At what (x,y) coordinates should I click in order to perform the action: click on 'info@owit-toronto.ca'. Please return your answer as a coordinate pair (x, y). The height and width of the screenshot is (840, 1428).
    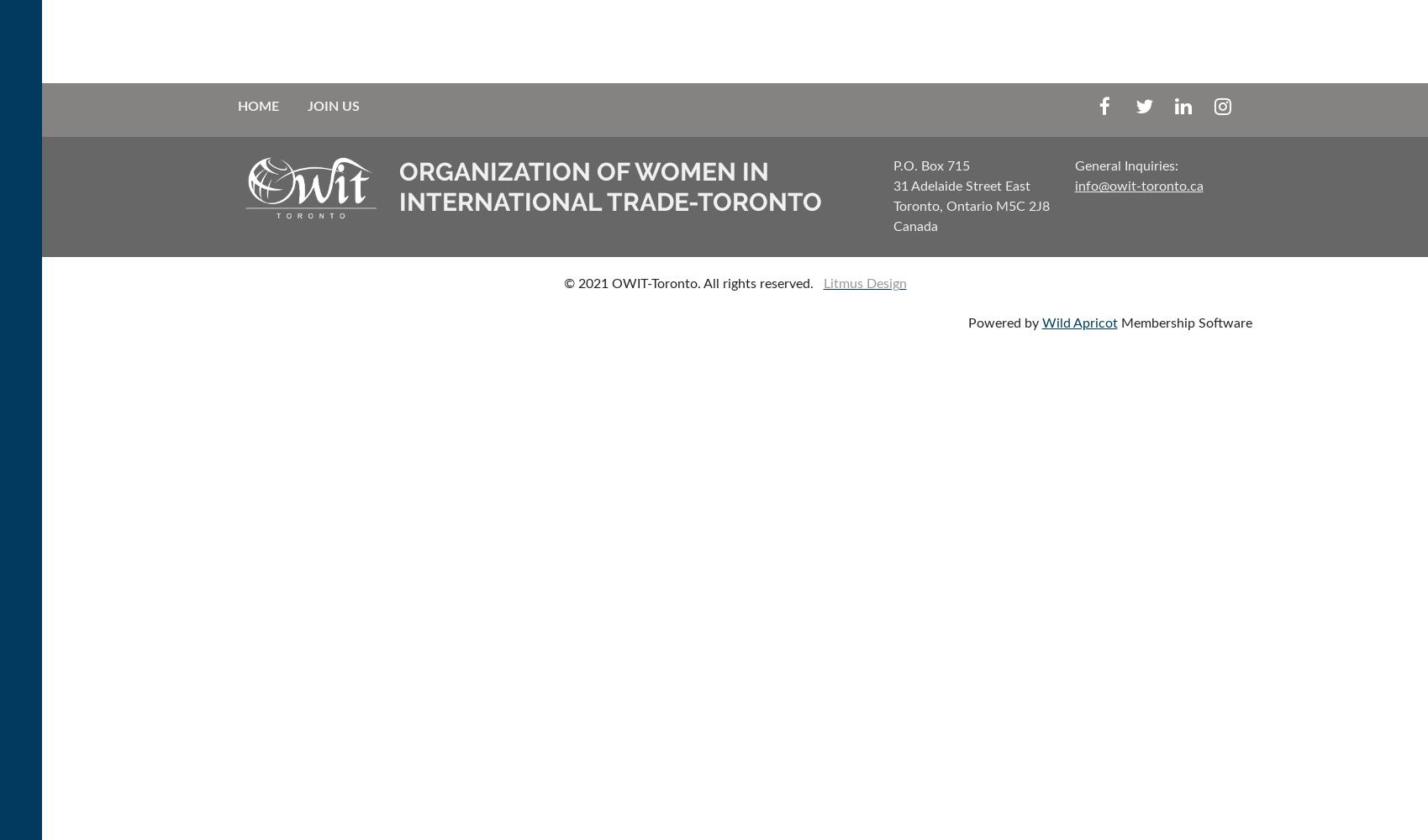
    Looking at the image, I should click on (1138, 186).